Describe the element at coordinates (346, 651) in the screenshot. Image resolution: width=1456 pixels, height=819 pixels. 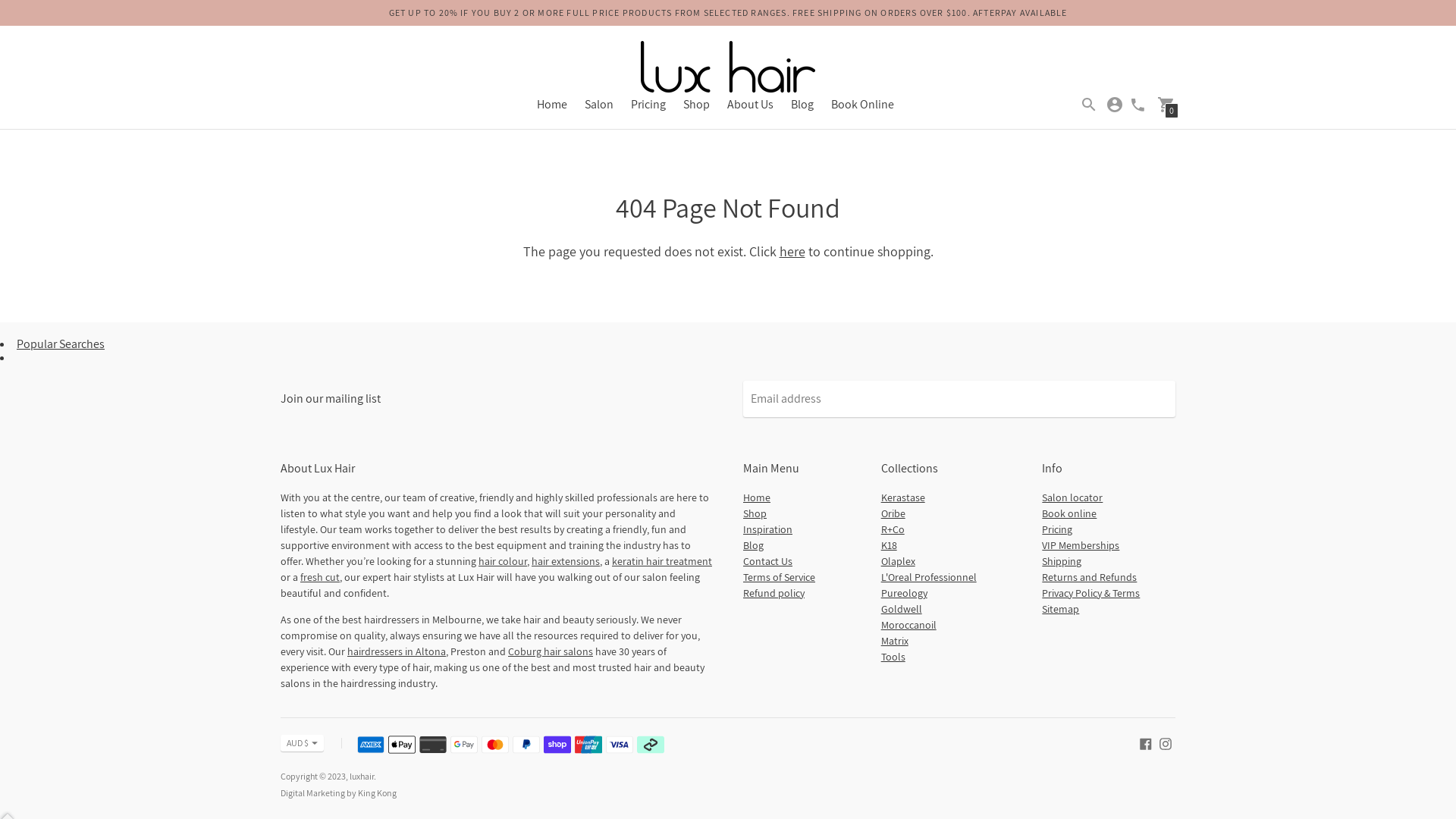
I see `'hairdressers in Altona'` at that location.